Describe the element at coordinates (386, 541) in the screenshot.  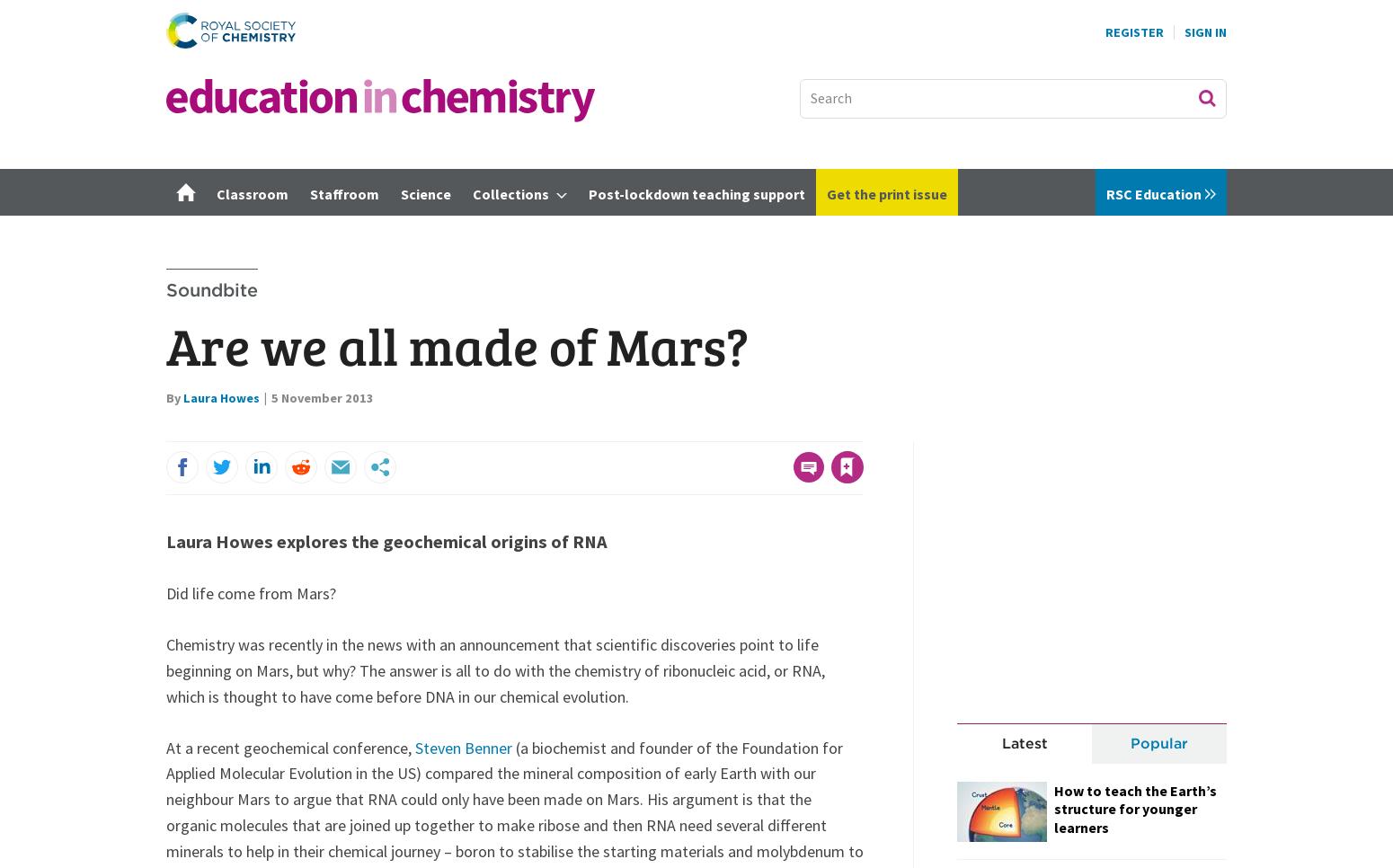
I see `'Laura Howes explores the geochemical origins of RNA'` at that location.